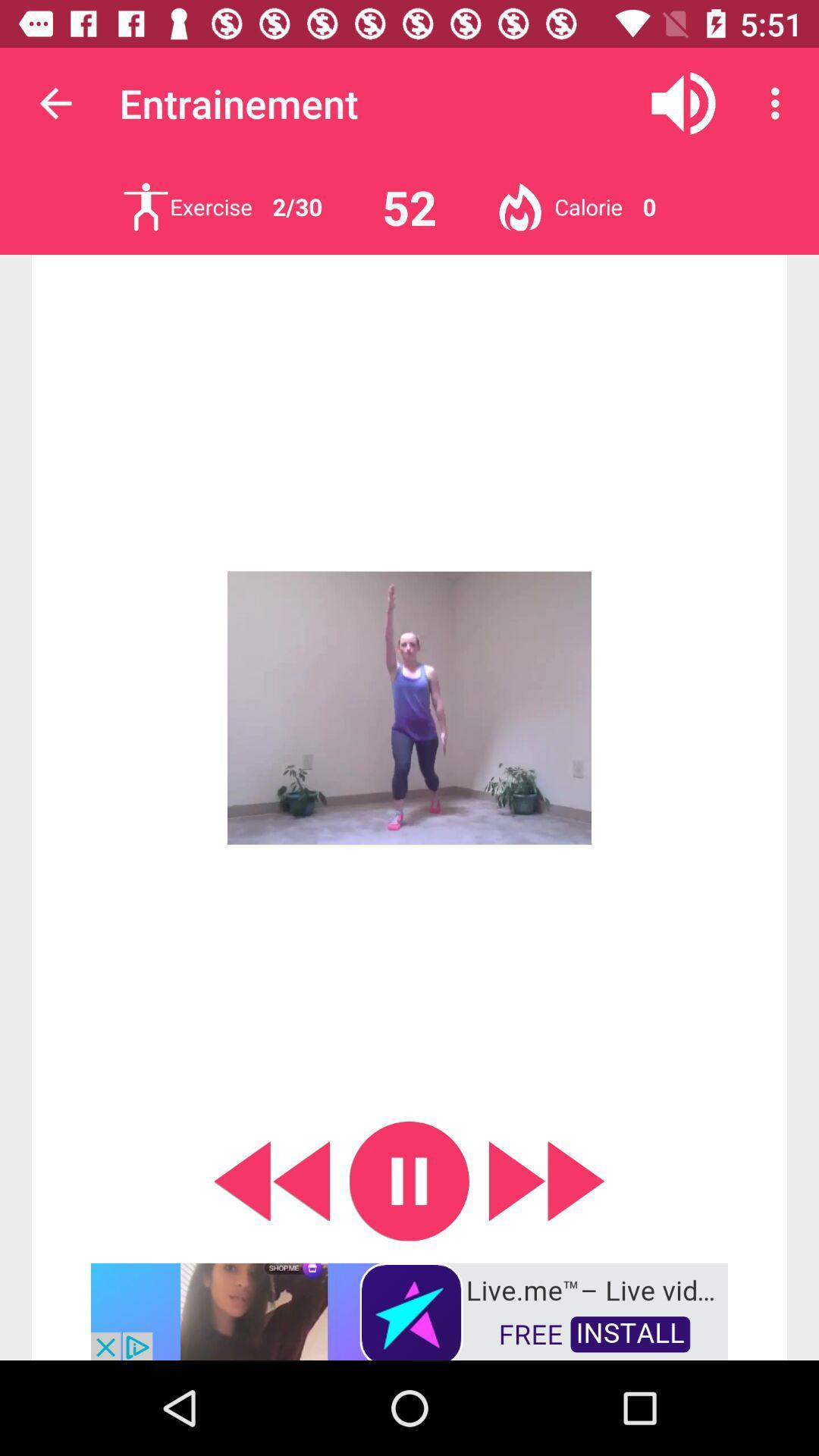 The image size is (819, 1456). What do you see at coordinates (409, 1180) in the screenshot?
I see `clica em pause` at bounding box center [409, 1180].